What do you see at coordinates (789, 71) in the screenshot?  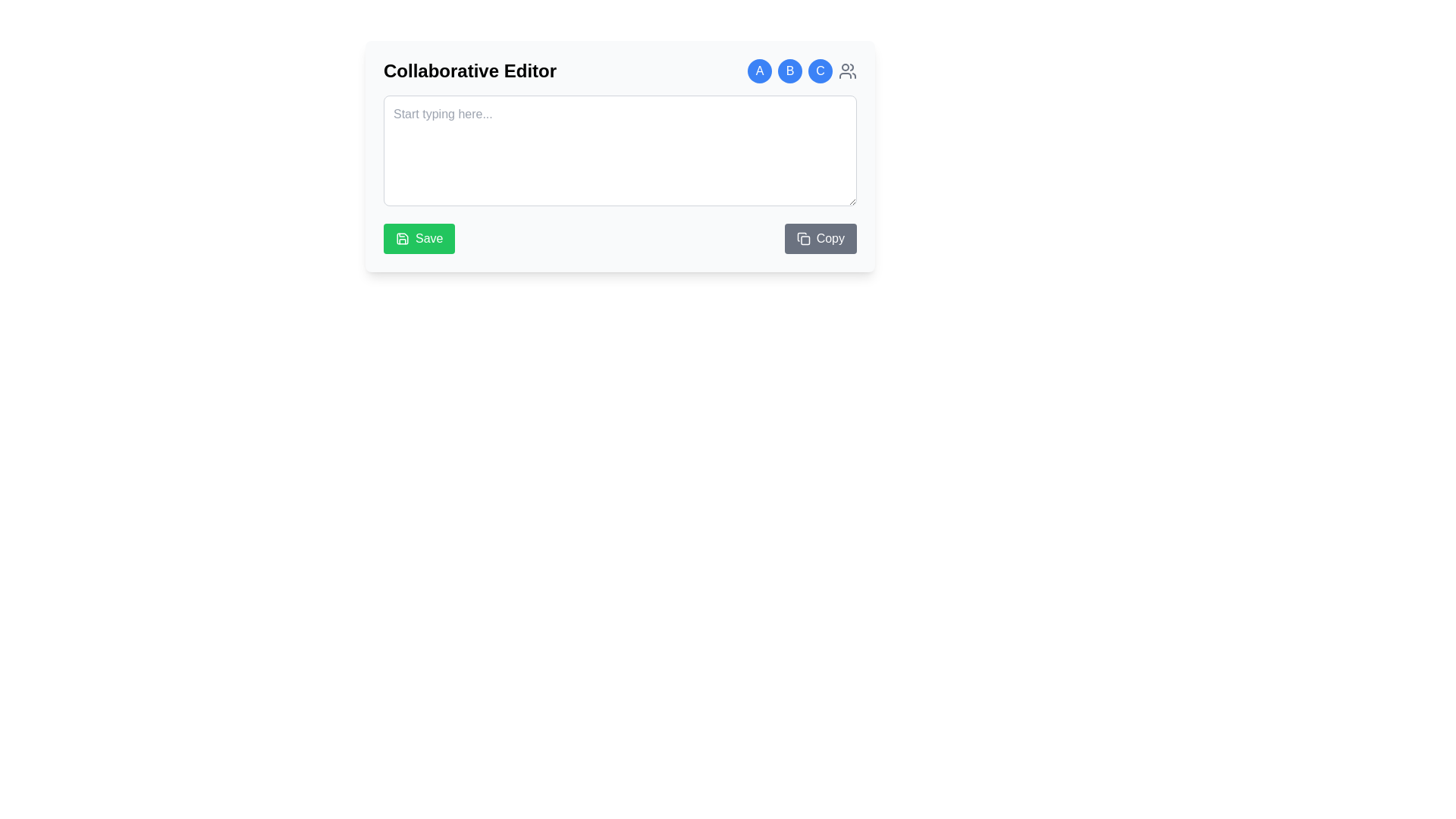 I see `the button labeled 'B' located in the horizontal row of circular buttons near the top-right corner of the interface` at bounding box center [789, 71].